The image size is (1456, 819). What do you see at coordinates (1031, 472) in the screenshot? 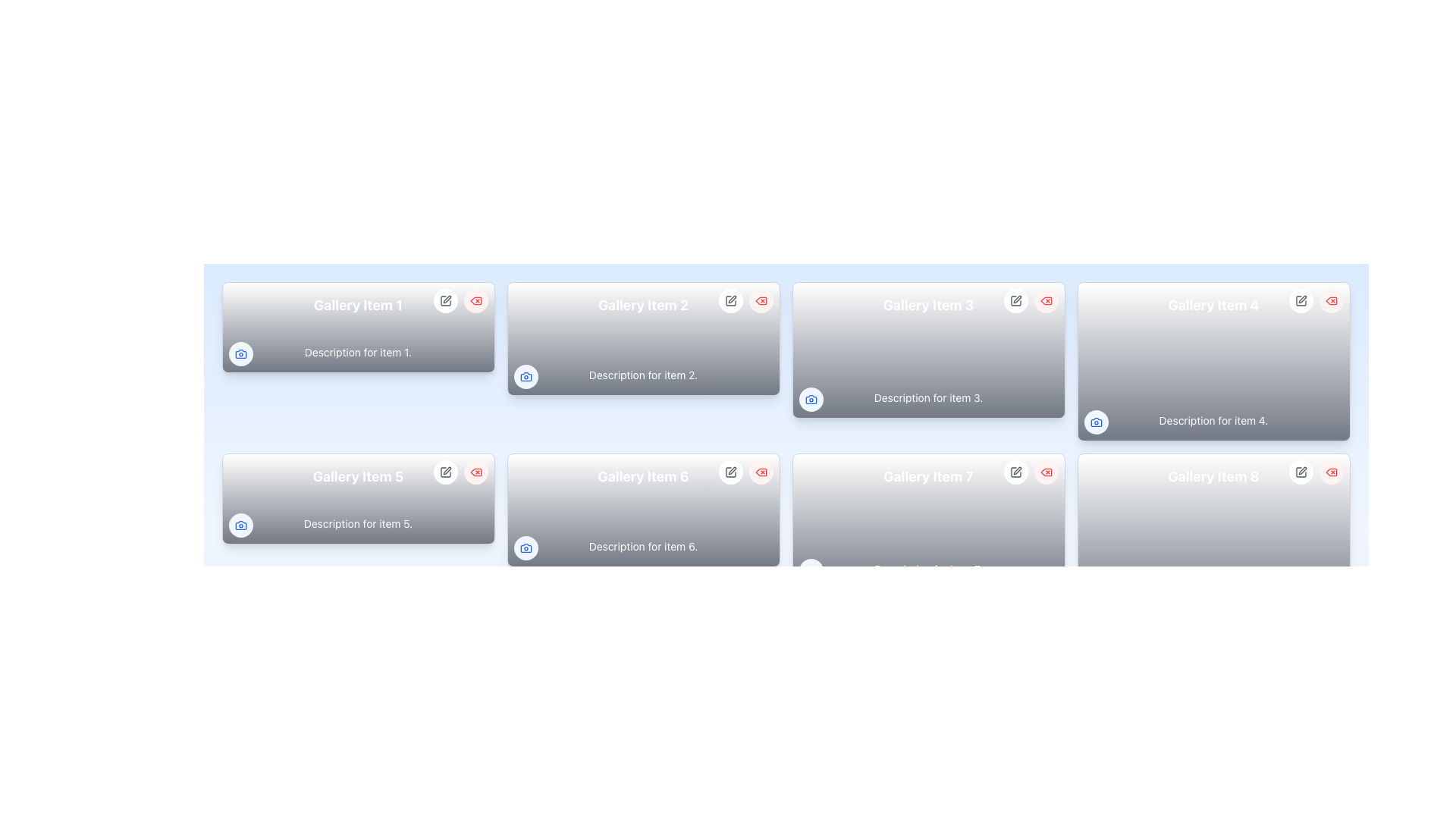
I see `the delete button in the Interactive Button Group located at the top-right corner of the 'Gallery Item 7' card` at bounding box center [1031, 472].